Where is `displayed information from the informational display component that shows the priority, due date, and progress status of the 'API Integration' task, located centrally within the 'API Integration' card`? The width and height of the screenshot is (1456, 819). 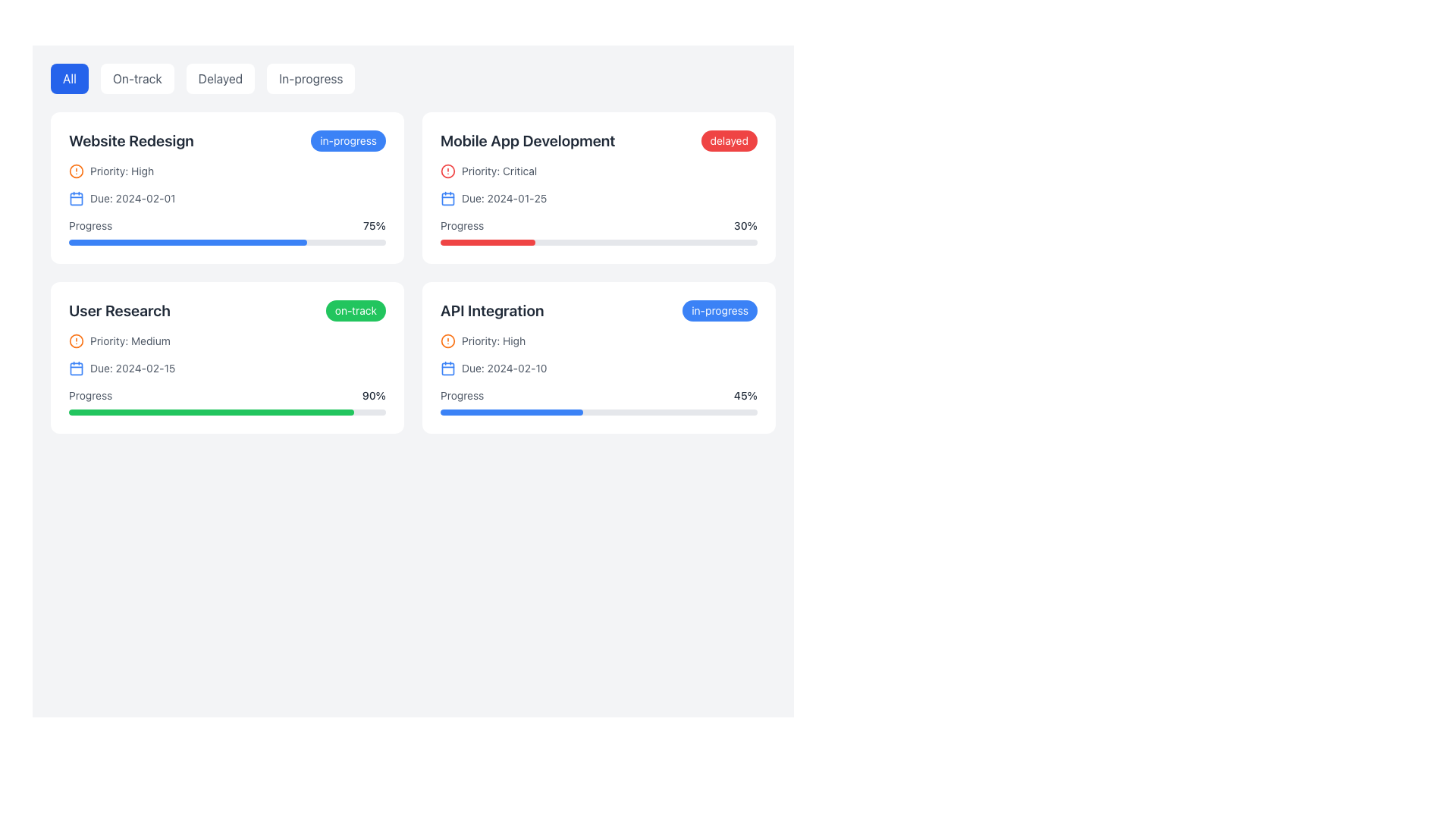 displayed information from the informational display component that shows the priority, due date, and progress status of the 'API Integration' task, located centrally within the 'API Integration' card is located at coordinates (598, 374).